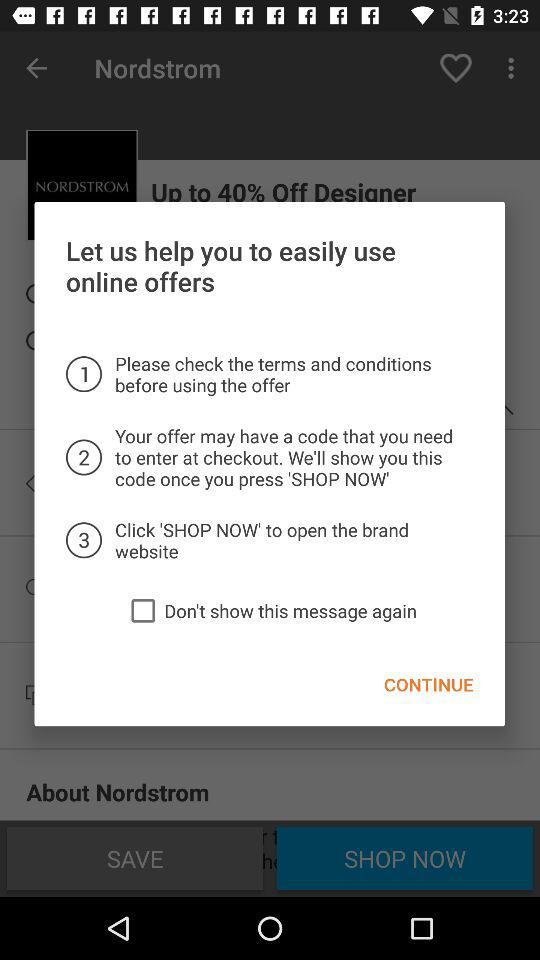  What do you see at coordinates (142, 609) in the screenshot?
I see `agreement button` at bounding box center [142, 609].